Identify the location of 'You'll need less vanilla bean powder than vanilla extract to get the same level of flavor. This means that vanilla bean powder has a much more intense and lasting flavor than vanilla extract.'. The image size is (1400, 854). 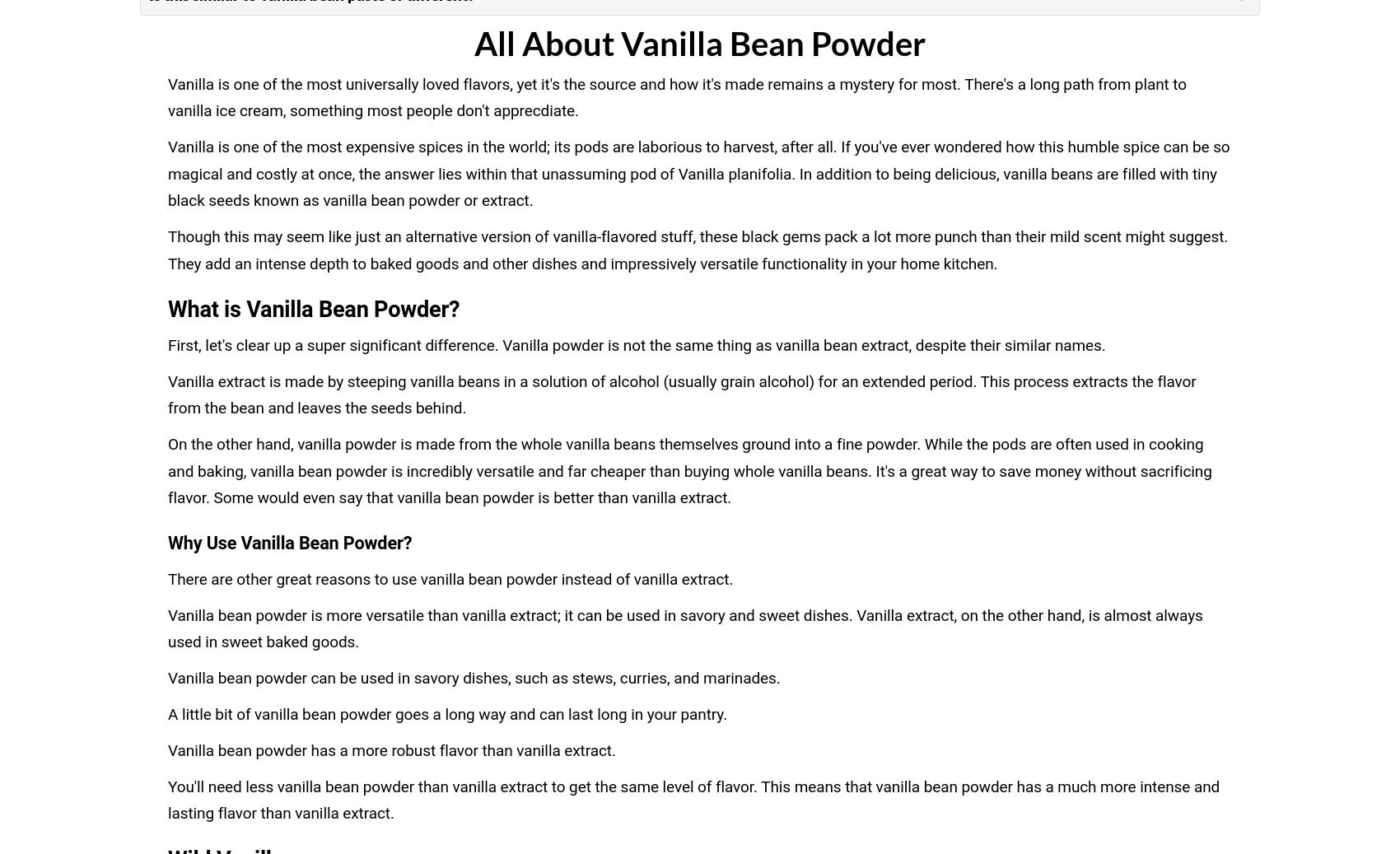
(693, 800).